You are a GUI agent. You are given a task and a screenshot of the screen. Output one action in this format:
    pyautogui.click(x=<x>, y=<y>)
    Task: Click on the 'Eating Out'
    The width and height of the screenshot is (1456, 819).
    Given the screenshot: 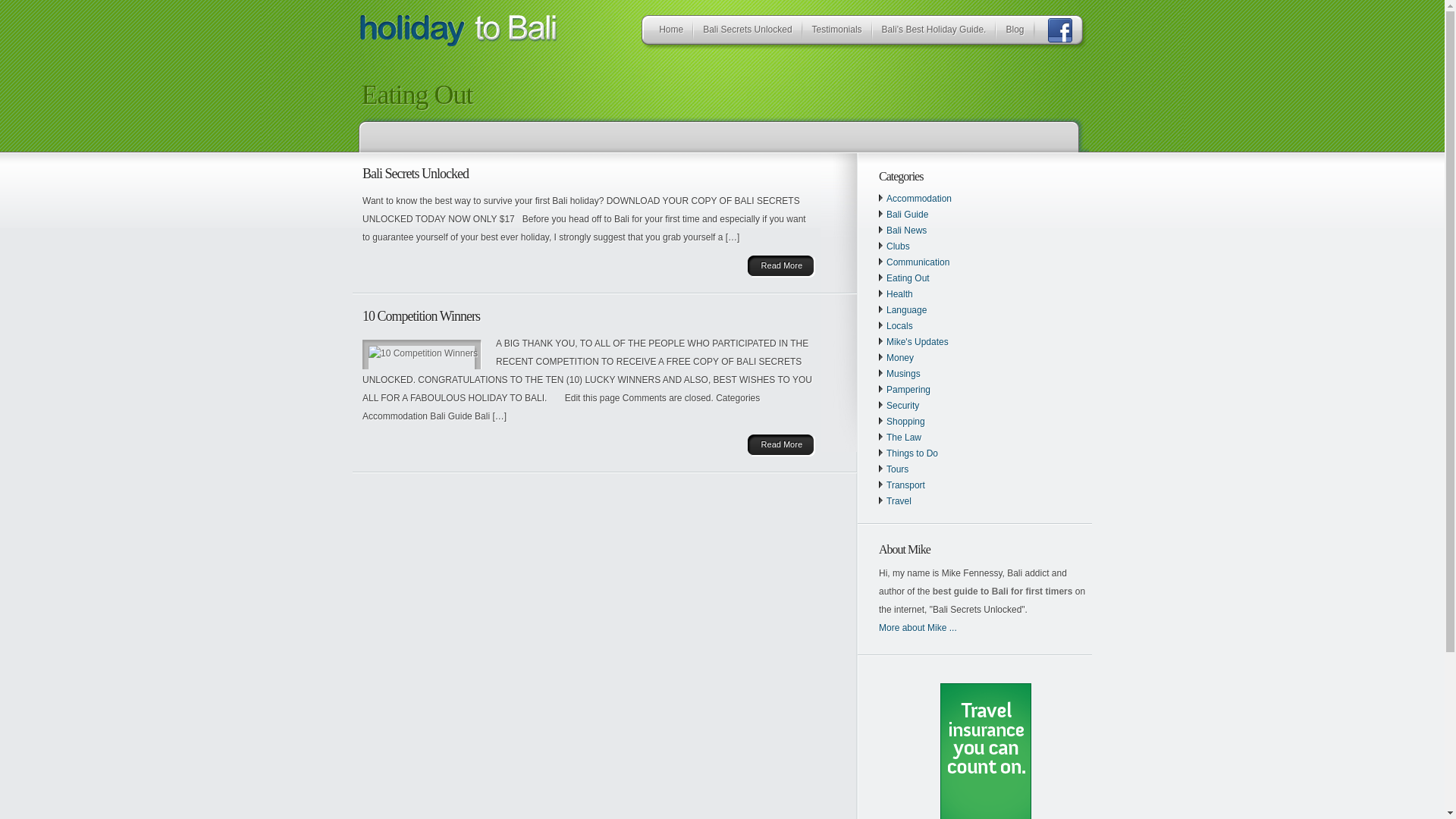 What is the action you would take?
    pyautogui.click(x=908, y=278)
    